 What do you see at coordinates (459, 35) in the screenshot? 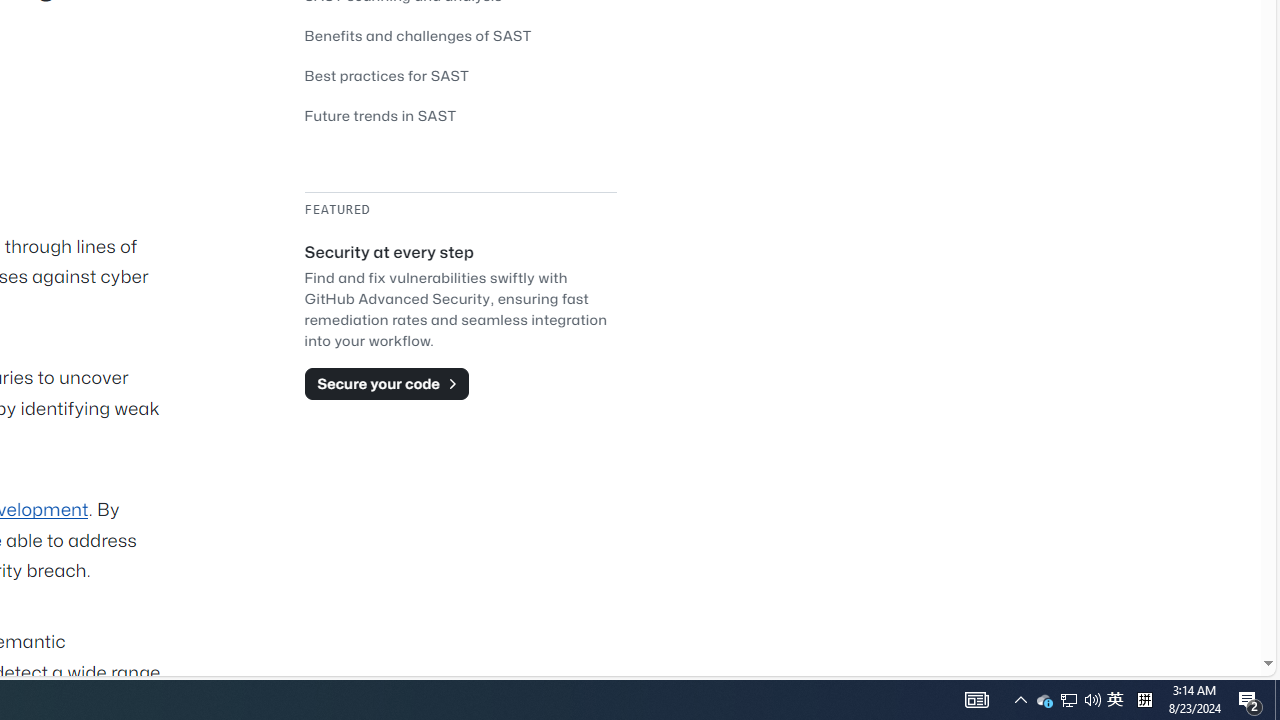
I see `'Benefits and challenges of SAST'` at bounding box center [459, 35].